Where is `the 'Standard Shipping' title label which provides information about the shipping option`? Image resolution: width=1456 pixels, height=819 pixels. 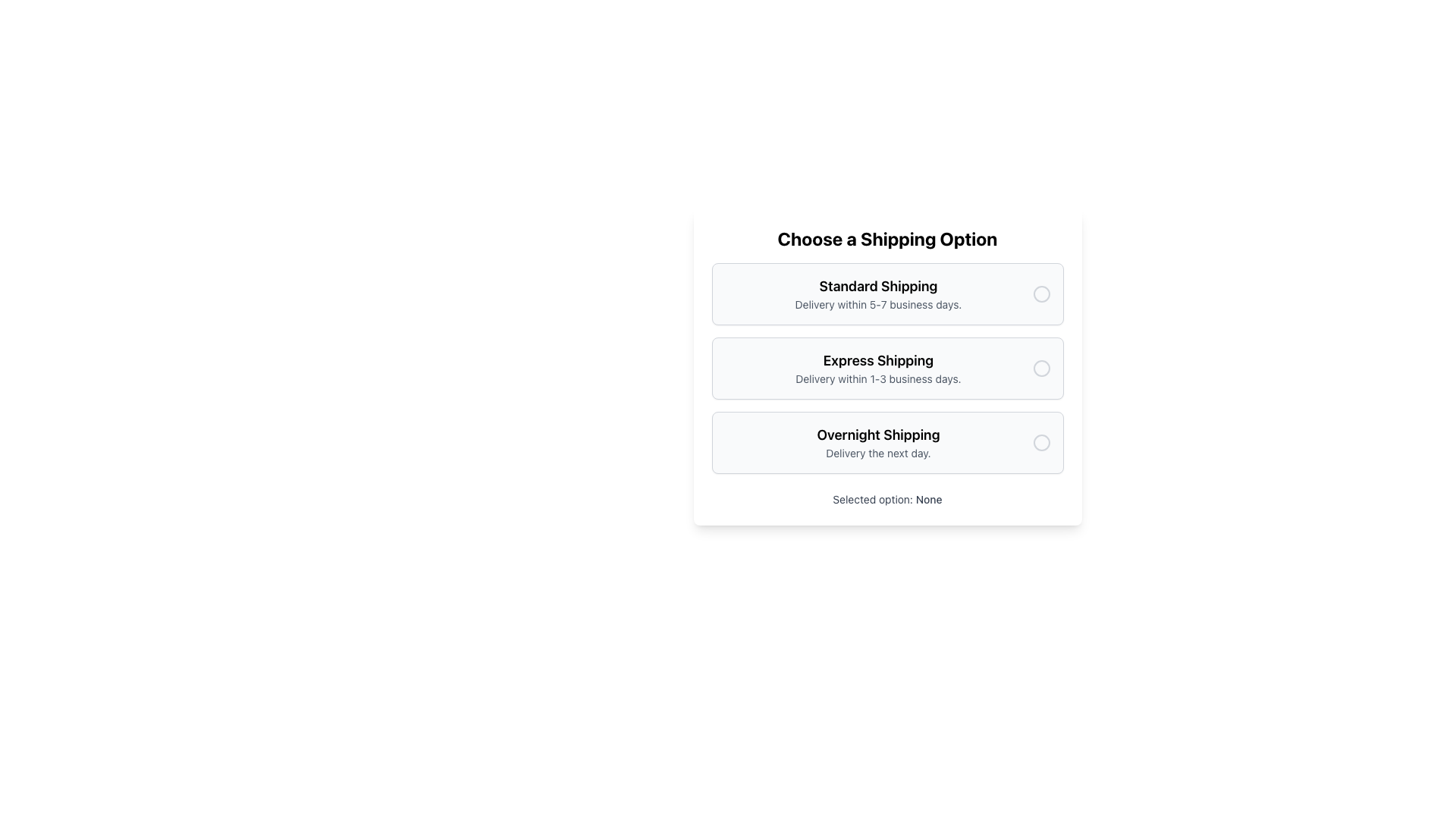
the 'Standard Shipping' title label which provides information about the shipping option is located at coordinates (878, 287).